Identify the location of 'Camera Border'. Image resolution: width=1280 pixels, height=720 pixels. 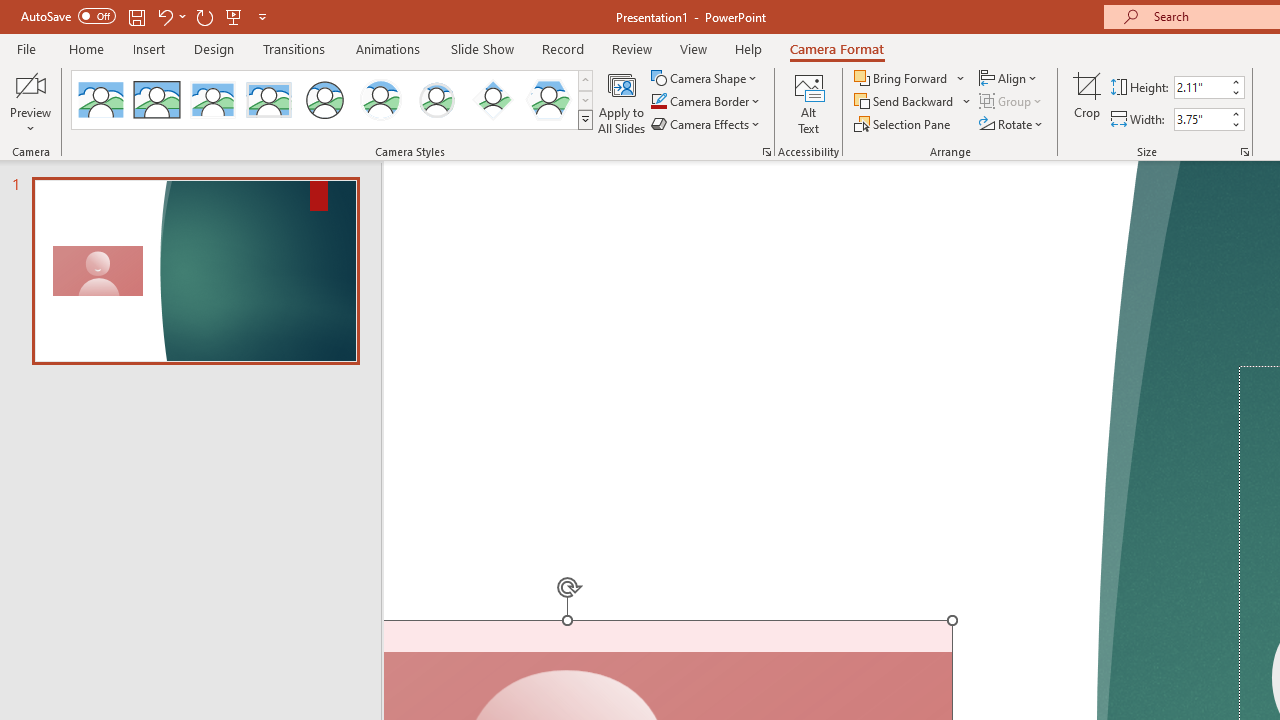
(706, 101).